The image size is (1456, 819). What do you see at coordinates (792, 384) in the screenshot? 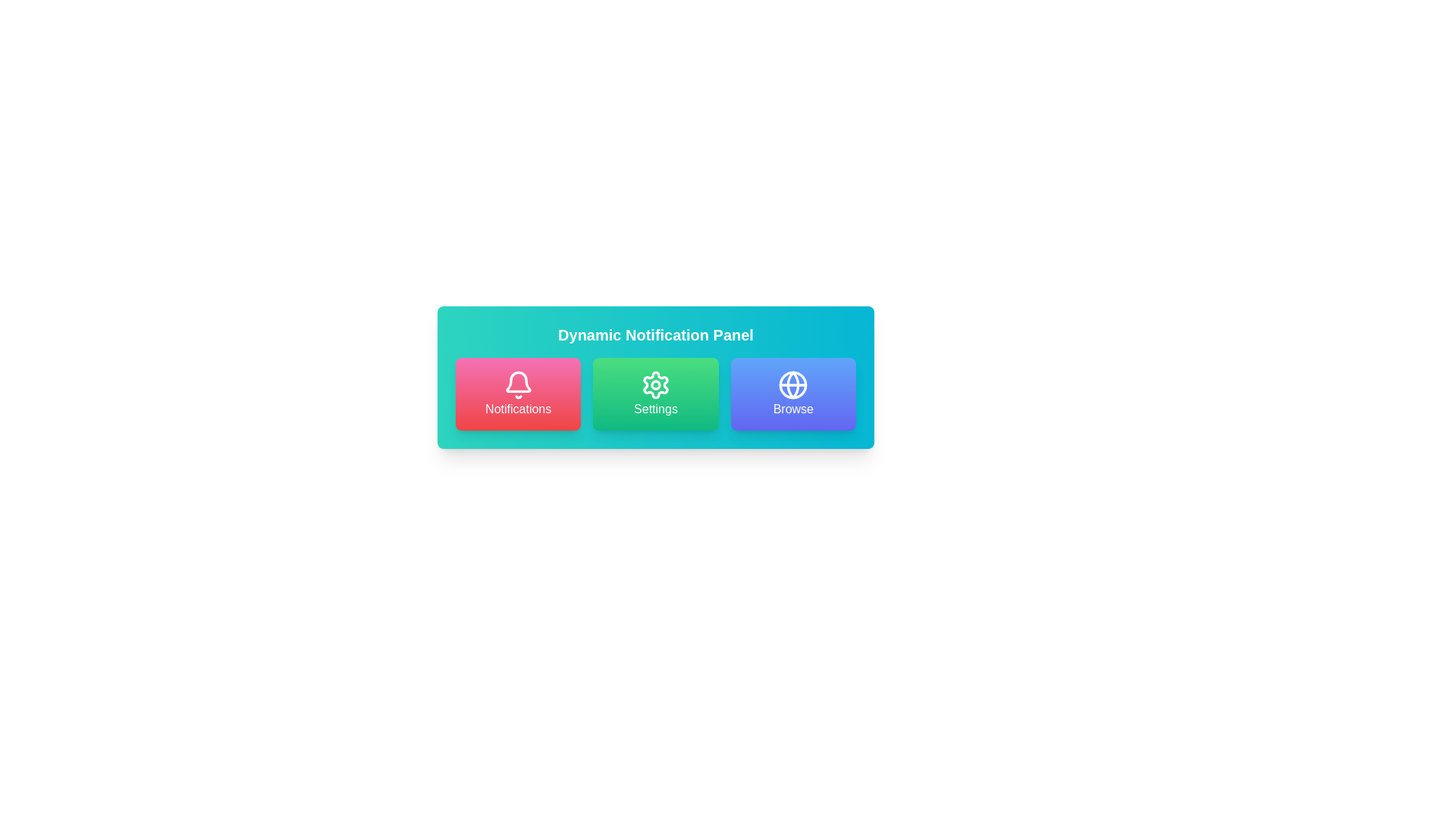
I see `the globe icon within the blue rectangular background labeled 'Browse', which is the third button in a row of three` at bounding box center [792, 384].